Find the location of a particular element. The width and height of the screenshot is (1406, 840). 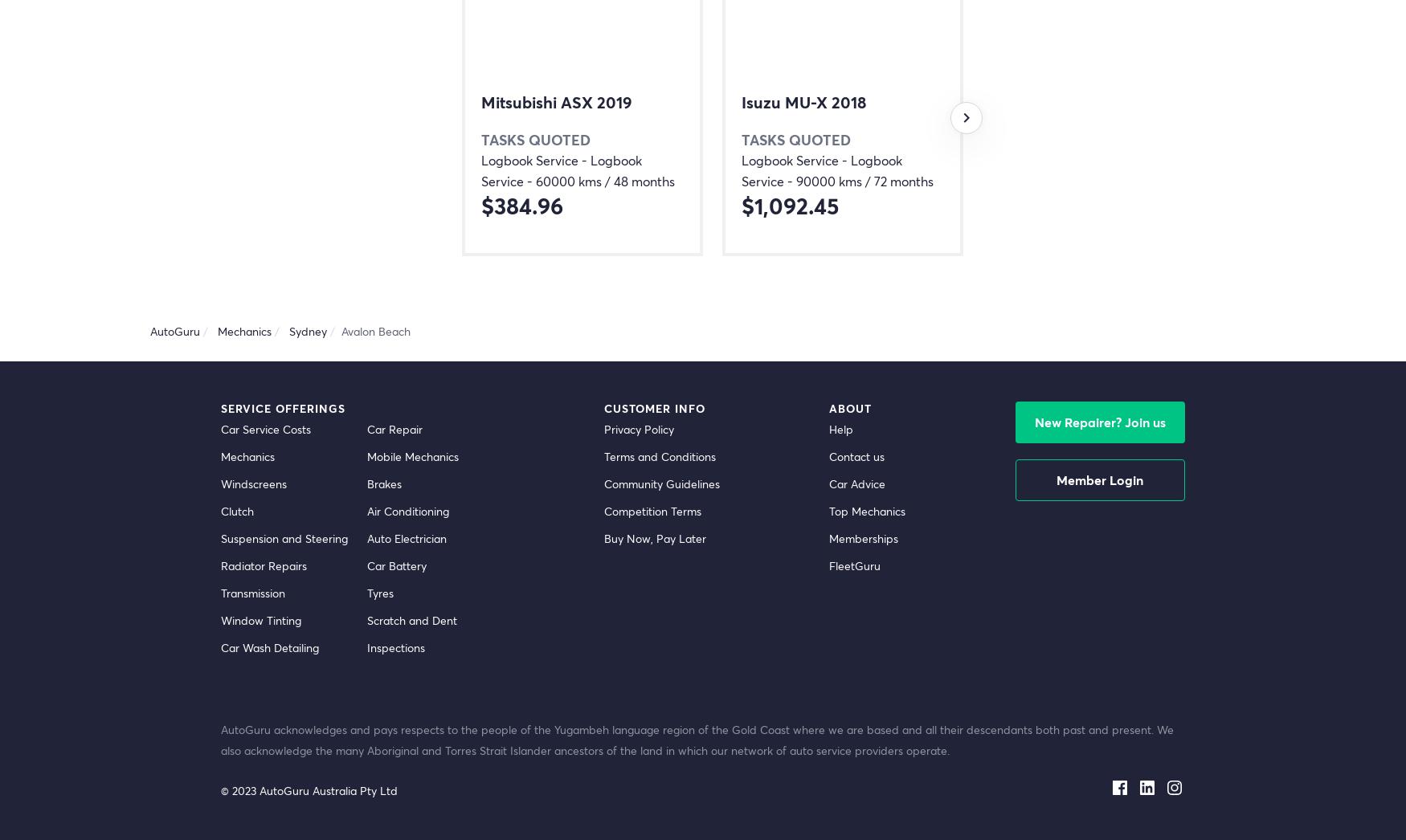

'Radiator Repairs' is located at coordinates (264, 565).